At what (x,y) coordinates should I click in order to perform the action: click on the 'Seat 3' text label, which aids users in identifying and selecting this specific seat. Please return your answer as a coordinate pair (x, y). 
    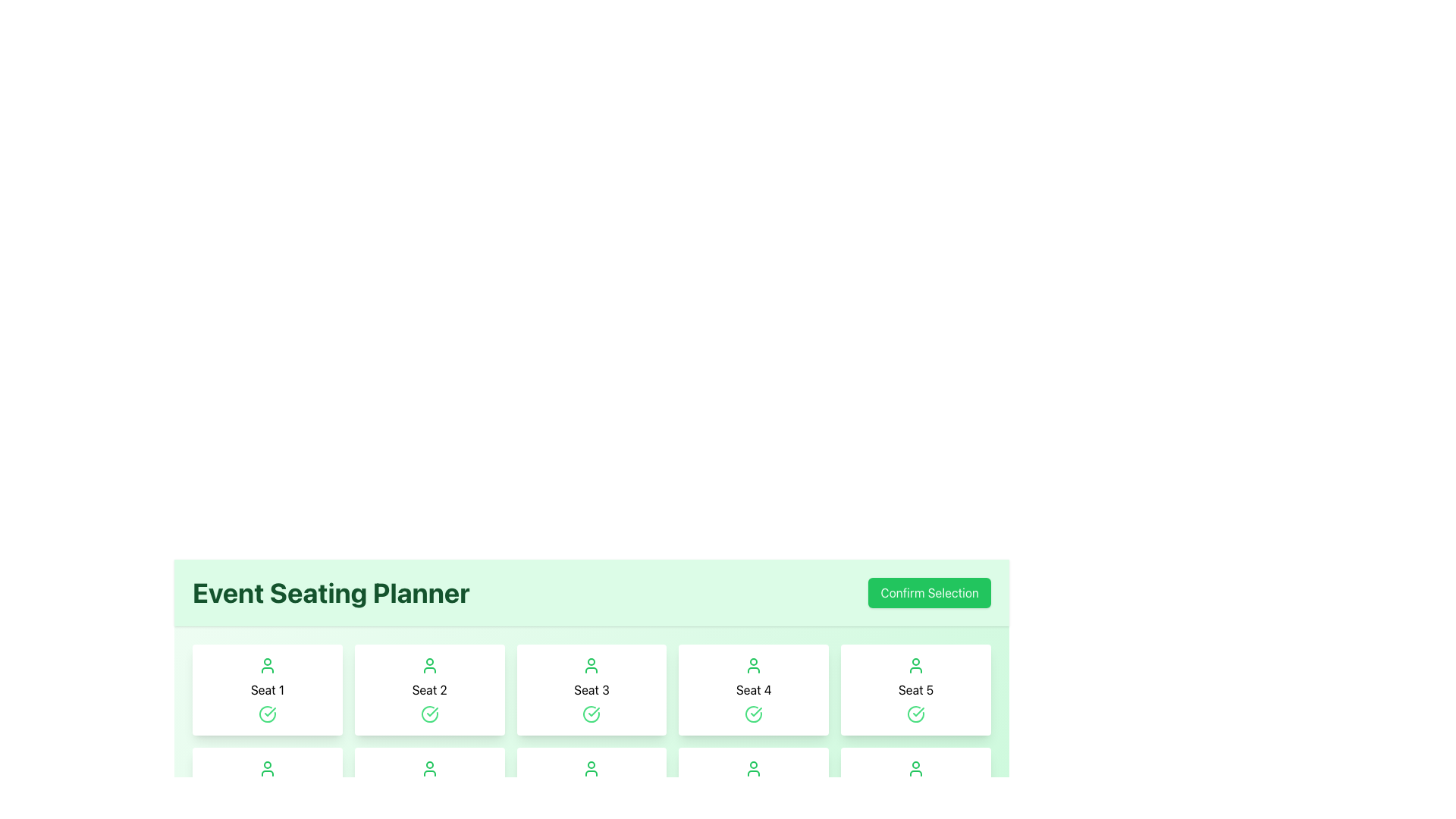
    Looking at the image, I should click on (591, 690).